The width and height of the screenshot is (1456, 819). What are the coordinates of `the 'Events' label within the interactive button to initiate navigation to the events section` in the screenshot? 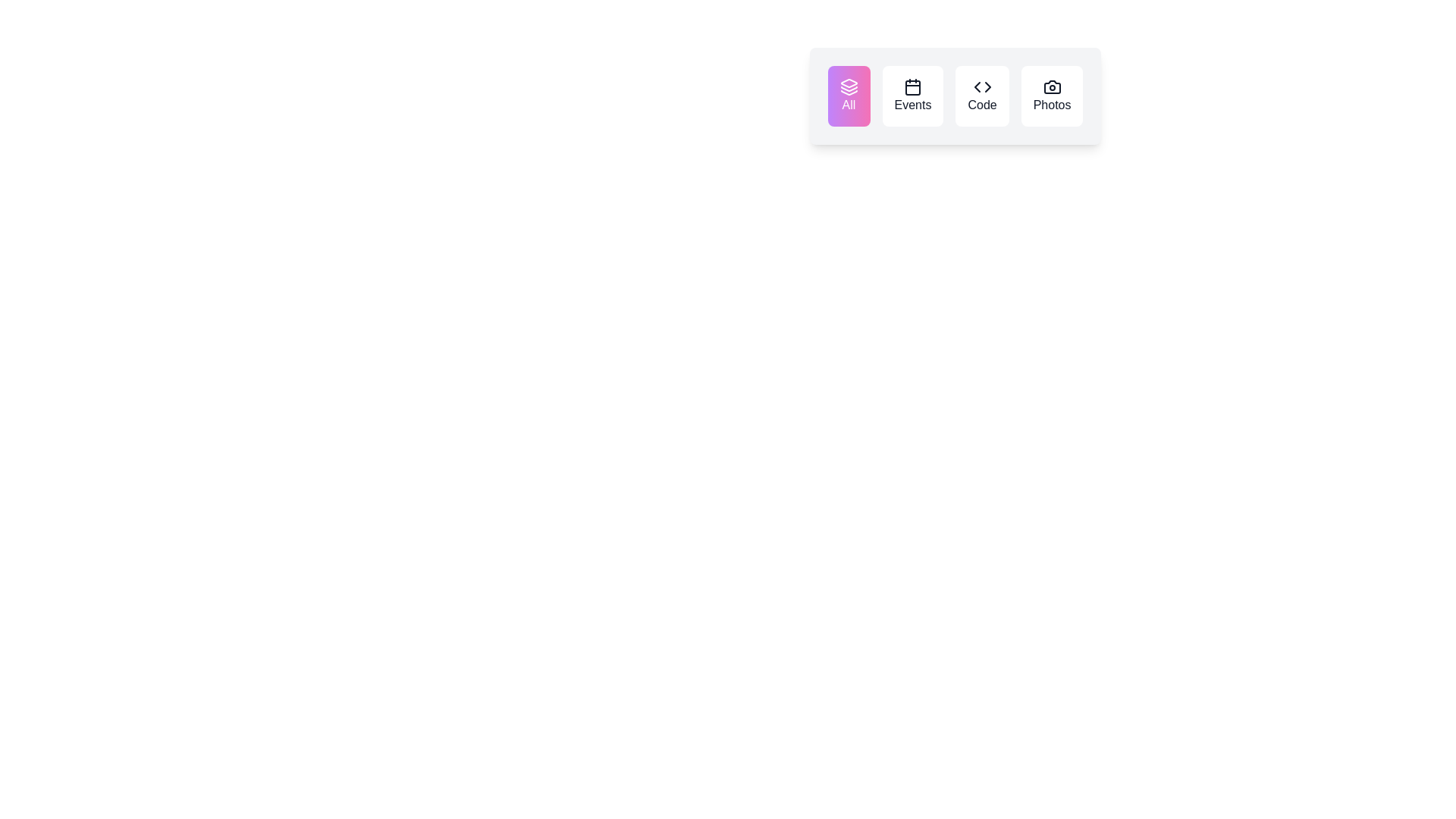 It's located at (912, 104).